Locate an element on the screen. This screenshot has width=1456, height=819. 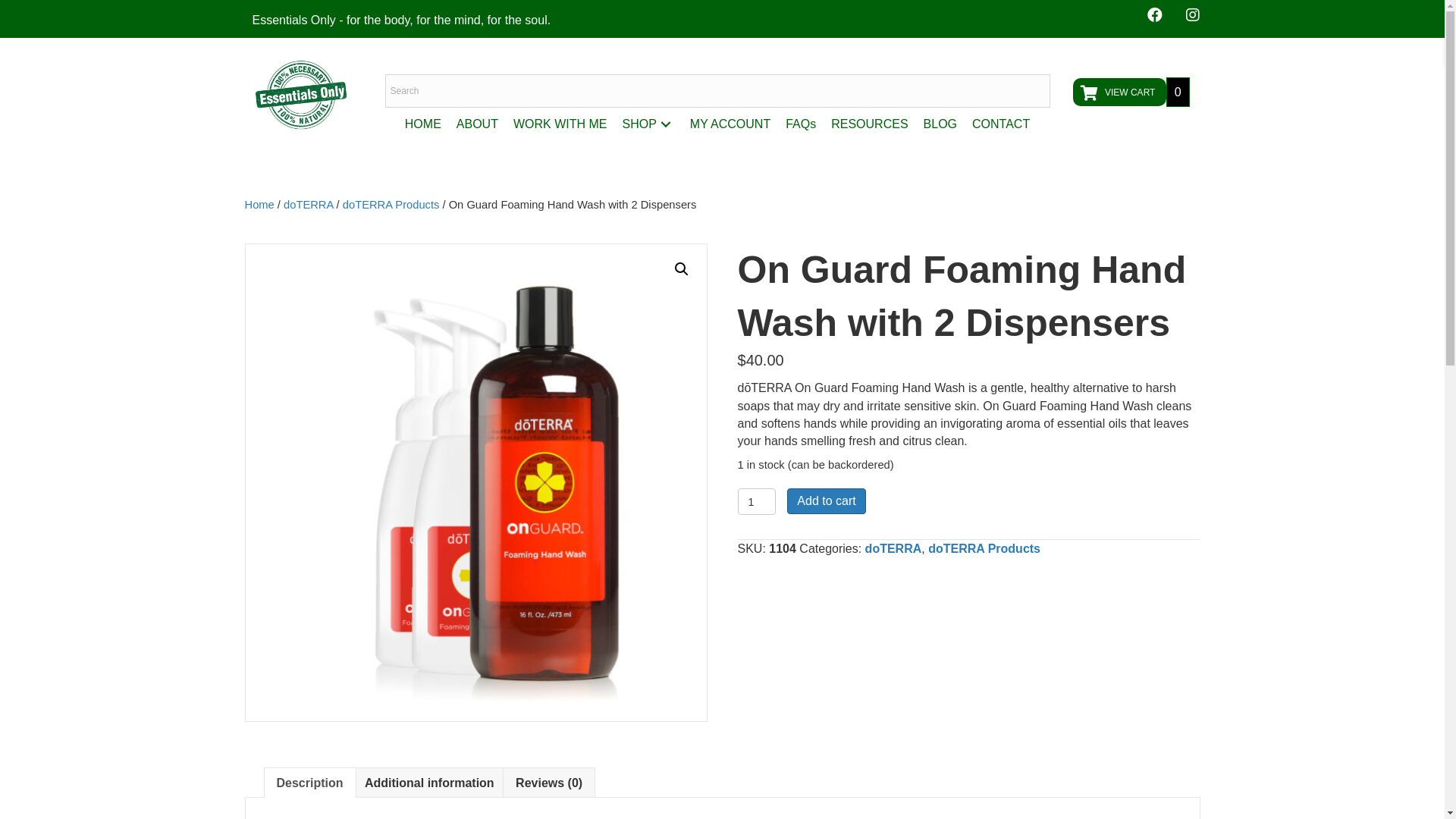
'MY ACCOUNT' is located at coordinates (730, 123).